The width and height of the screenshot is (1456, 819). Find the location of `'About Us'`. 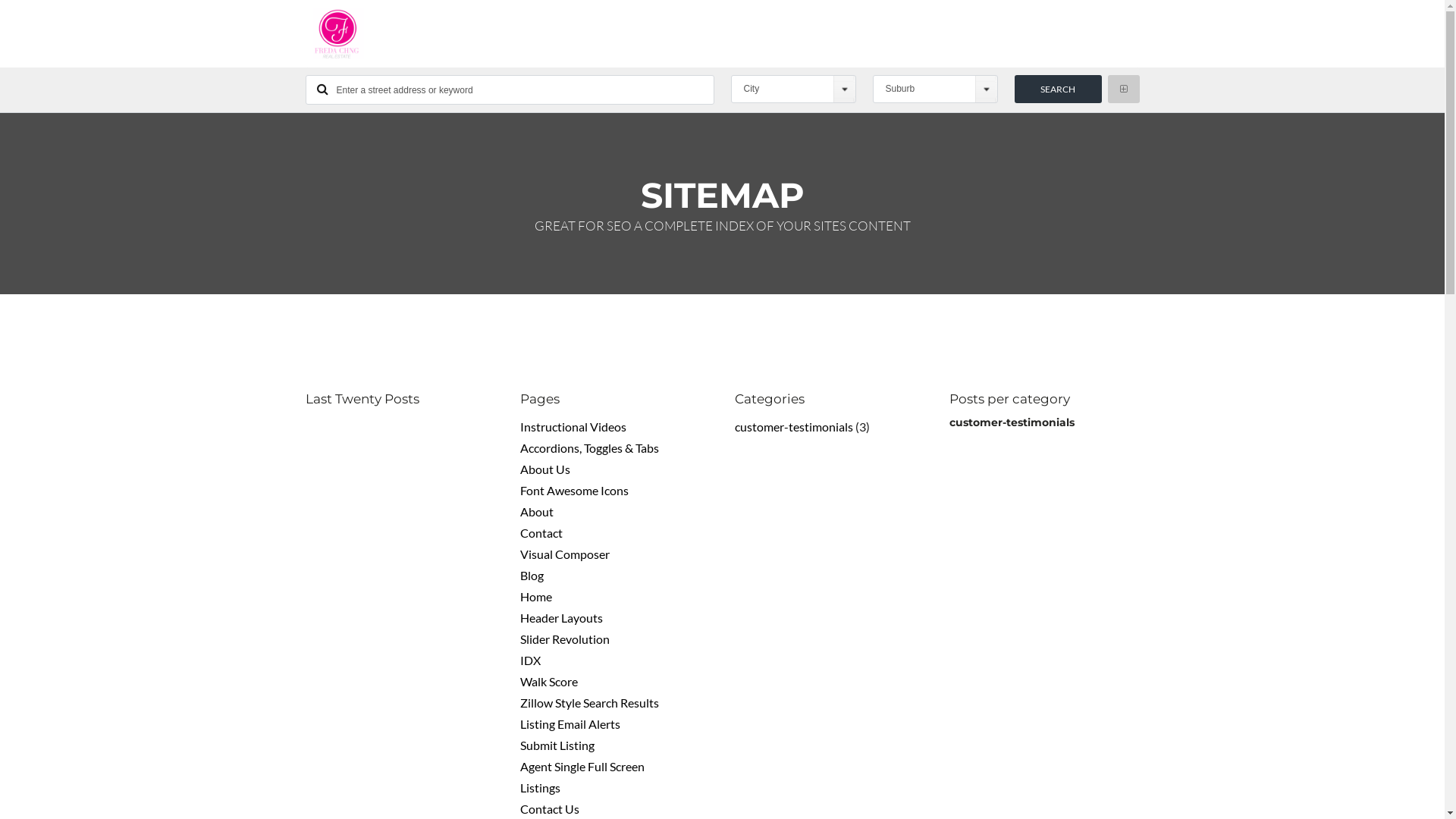

'About Us' is located at coordinates (545, 468).